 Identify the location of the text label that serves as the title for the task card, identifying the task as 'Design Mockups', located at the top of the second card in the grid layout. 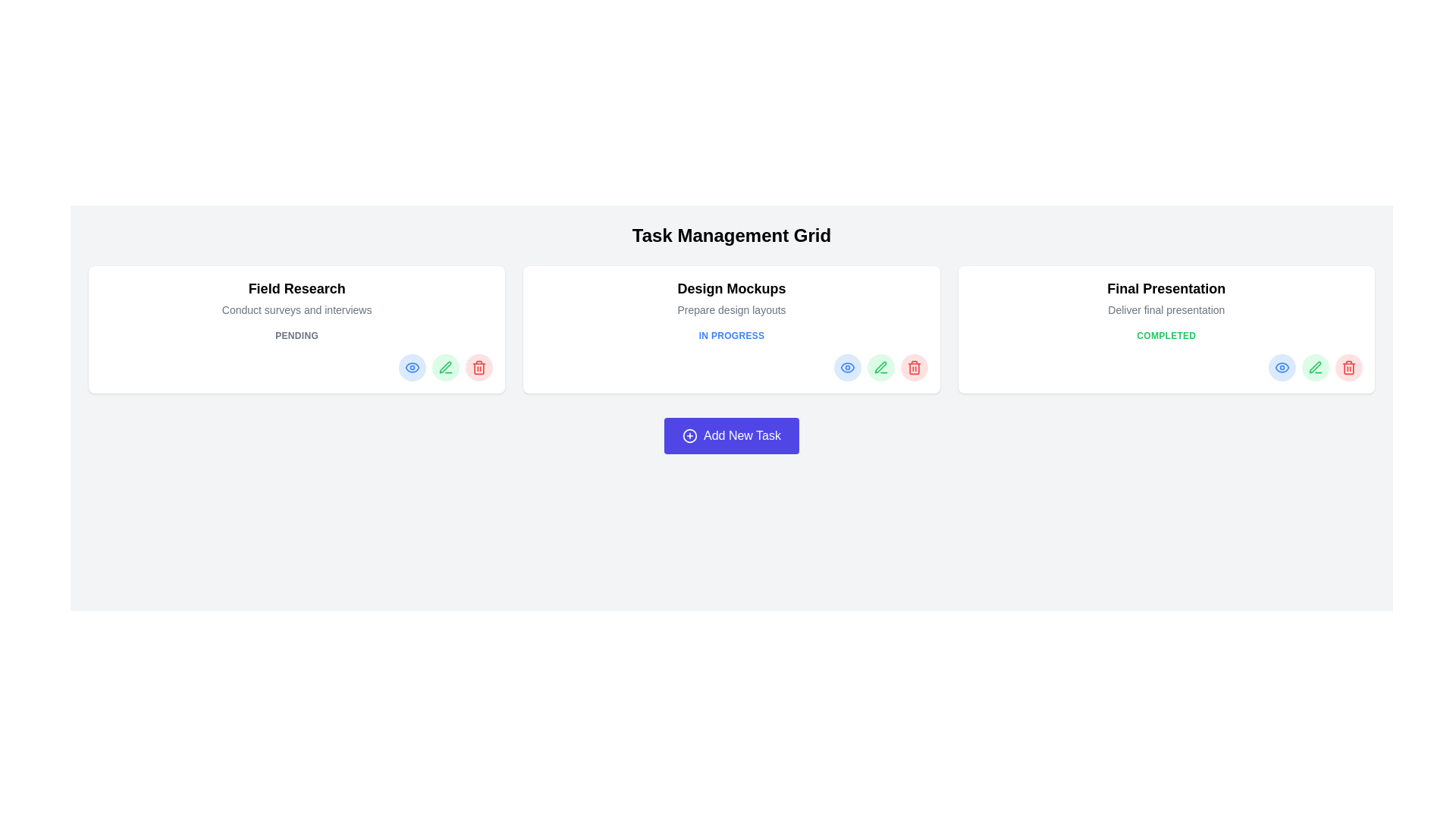
(731, 289).